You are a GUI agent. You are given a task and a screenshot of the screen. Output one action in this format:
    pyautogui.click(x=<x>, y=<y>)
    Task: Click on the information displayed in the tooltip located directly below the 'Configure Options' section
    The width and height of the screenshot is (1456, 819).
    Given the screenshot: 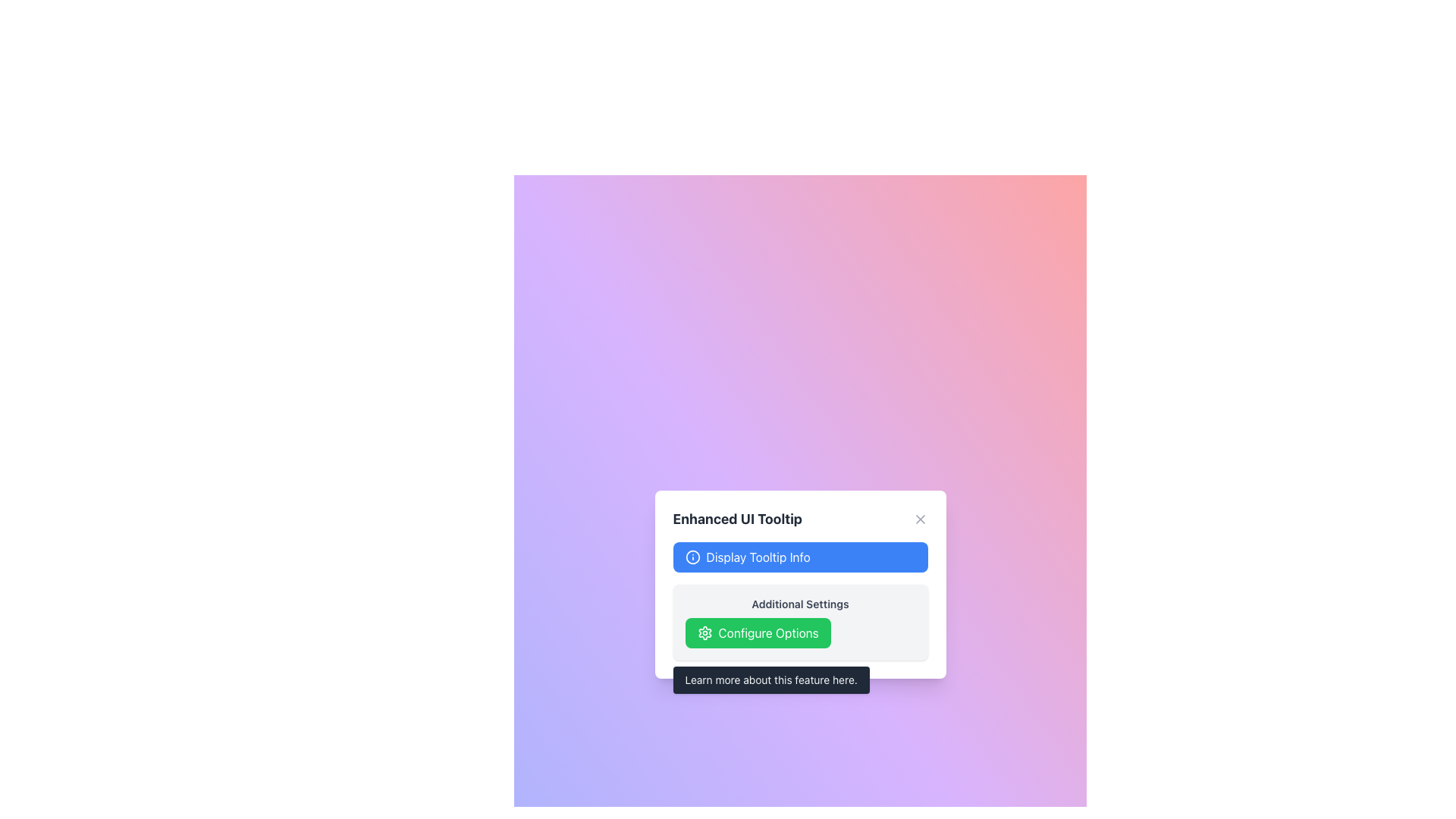 What is the action you would take?
    pyautogui.click(x=771, y=679)
    